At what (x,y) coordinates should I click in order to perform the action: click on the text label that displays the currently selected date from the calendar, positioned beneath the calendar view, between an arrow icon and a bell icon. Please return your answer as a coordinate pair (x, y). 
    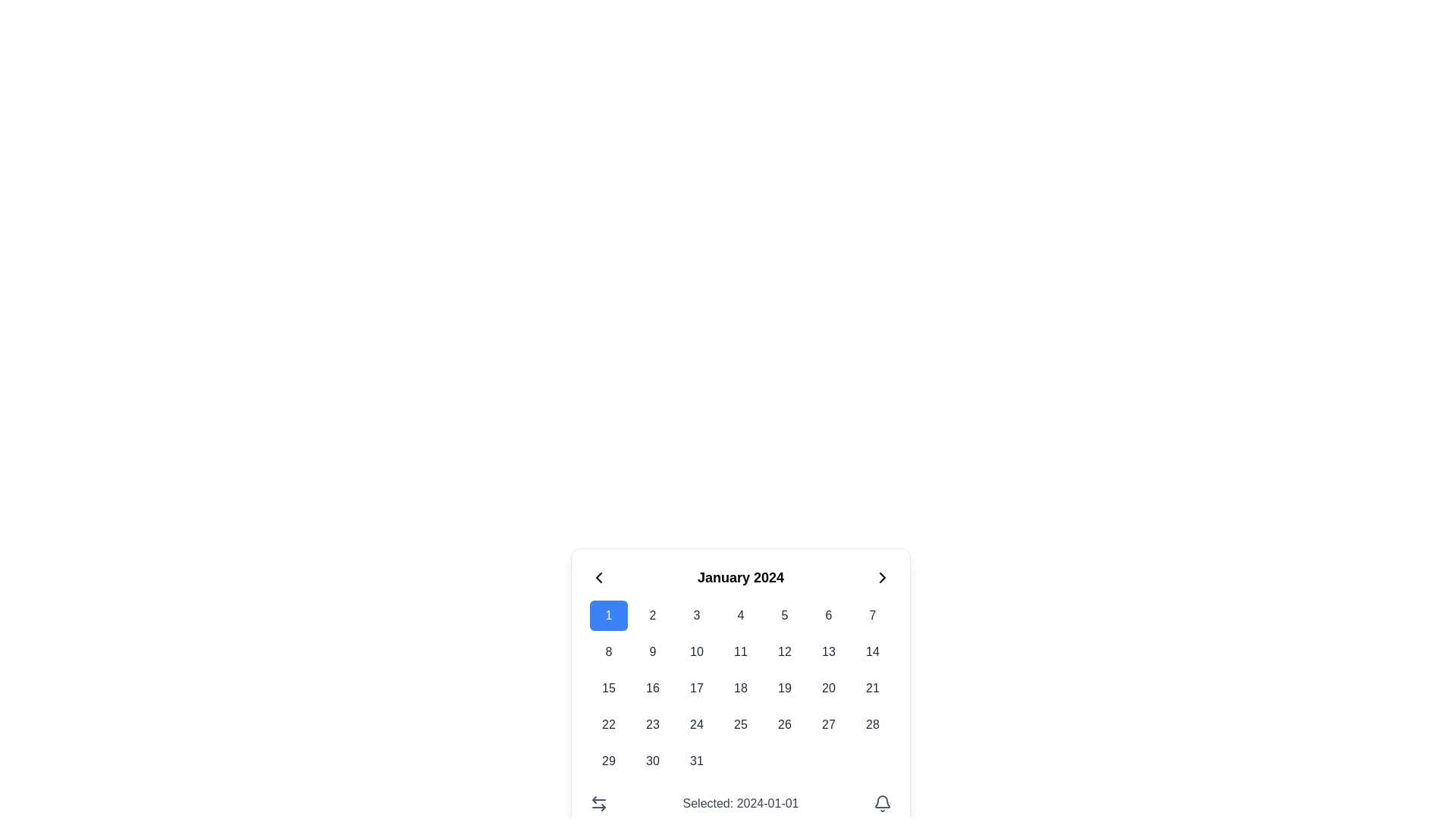
    Looking at the image, I should click on (741, 803).